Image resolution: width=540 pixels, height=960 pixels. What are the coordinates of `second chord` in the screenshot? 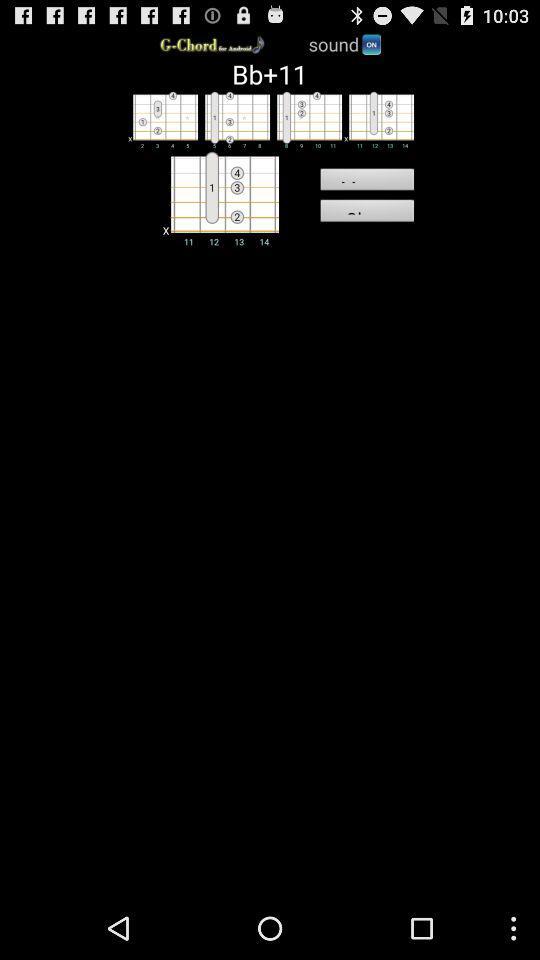 It's located at (232, 119).